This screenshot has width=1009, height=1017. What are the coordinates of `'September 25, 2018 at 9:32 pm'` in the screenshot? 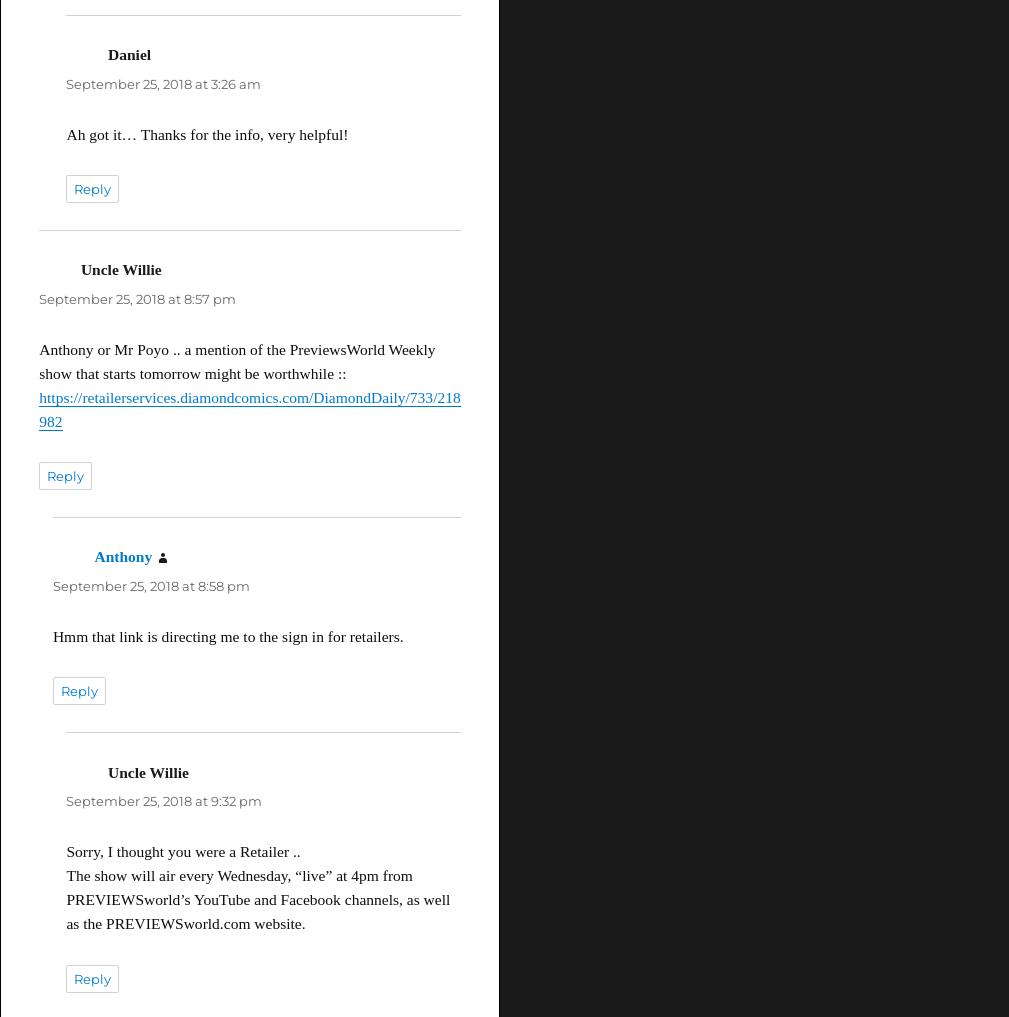 It's located at (162, 799).